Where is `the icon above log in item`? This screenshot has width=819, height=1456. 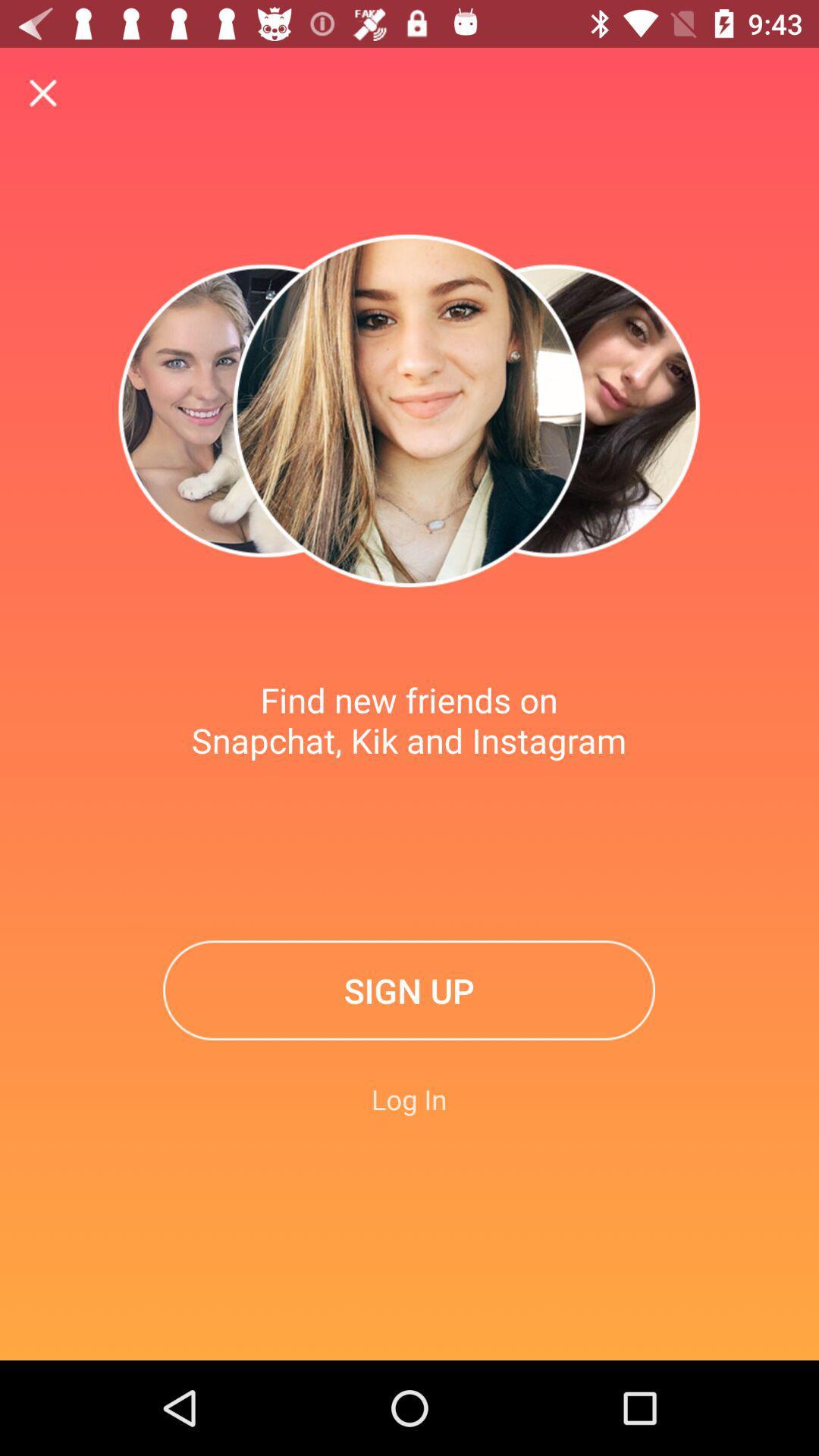
the icon above log in item is located at coordinates (408, 990).